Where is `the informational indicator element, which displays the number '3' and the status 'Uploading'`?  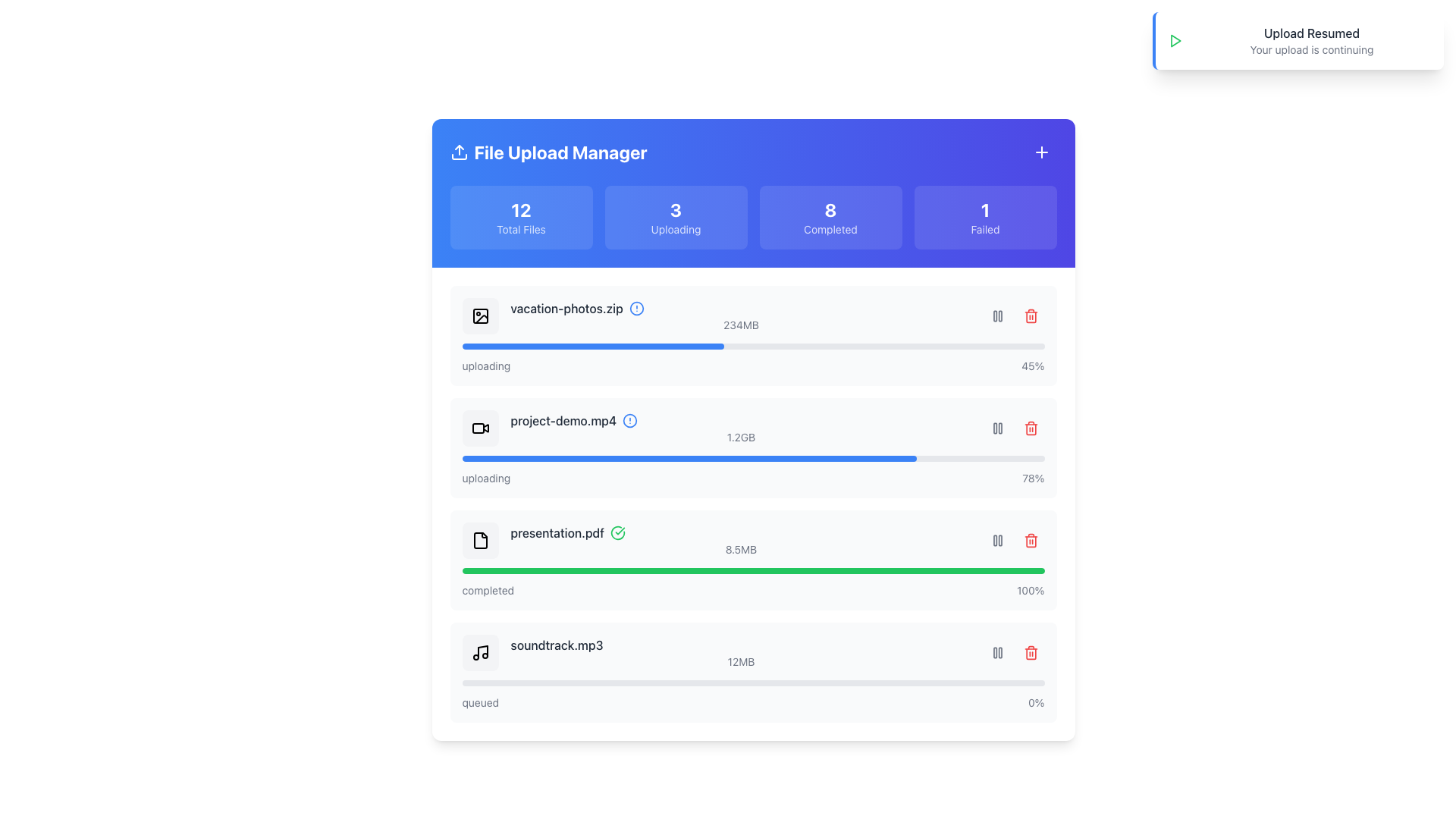
the informational indicator element, which displays the number '3' and the status 'Uploading' is located at coordinates (675, 217).